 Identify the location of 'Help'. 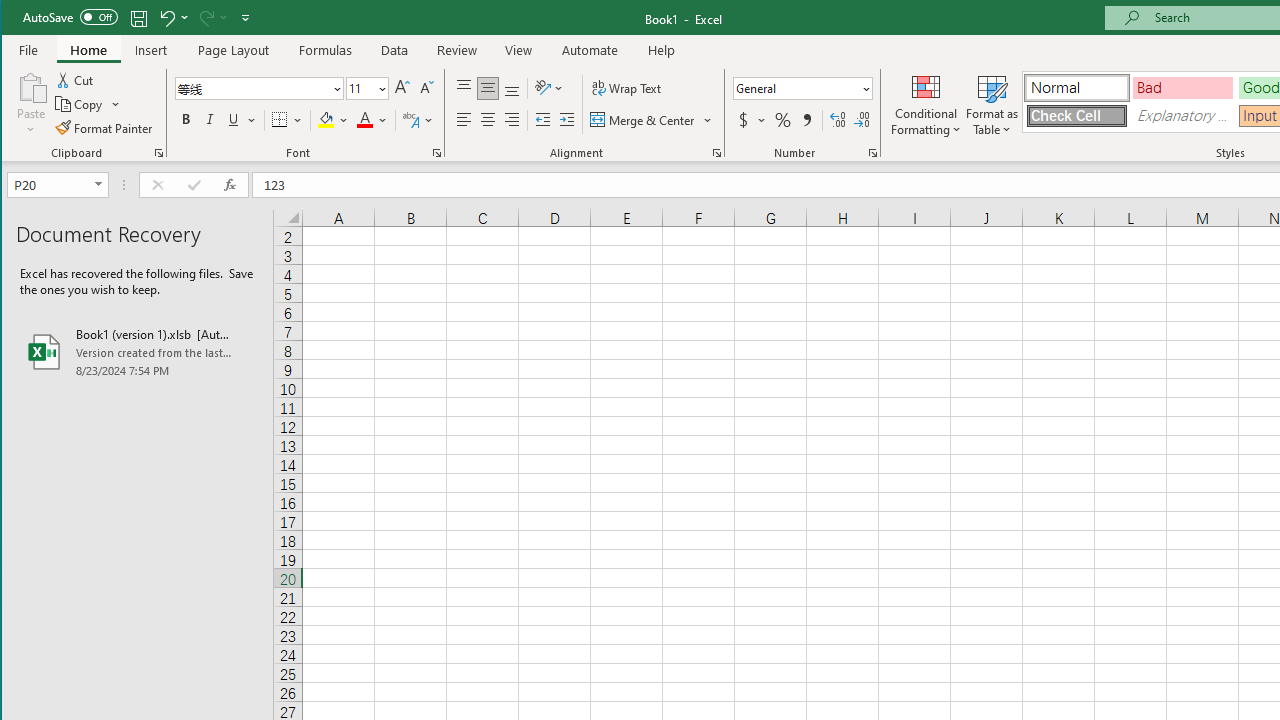
(661, 49).